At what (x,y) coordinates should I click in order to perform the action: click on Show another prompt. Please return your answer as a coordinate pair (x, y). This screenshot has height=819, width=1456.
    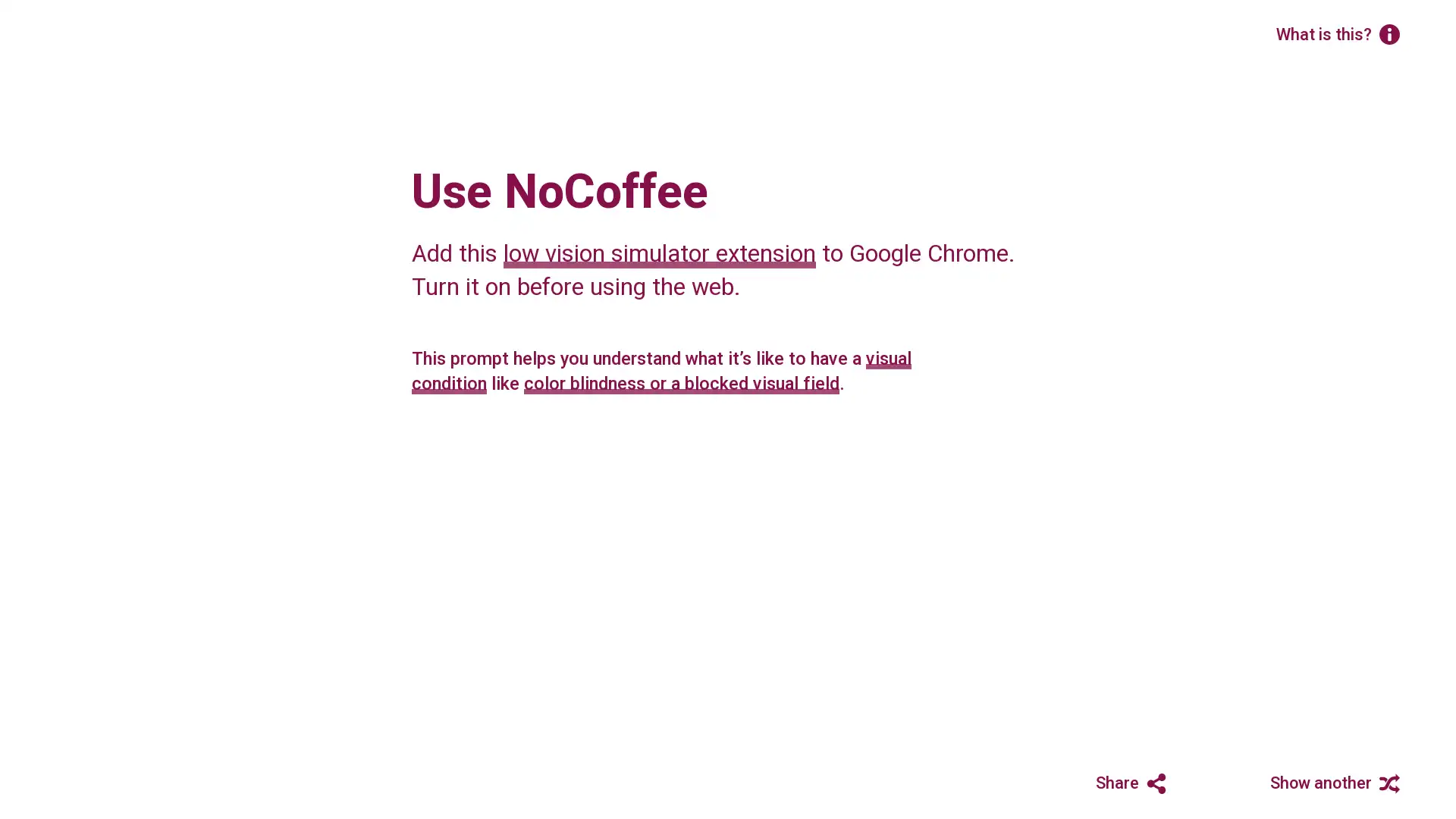
    Looking at the image, I should click on (1324, 780).